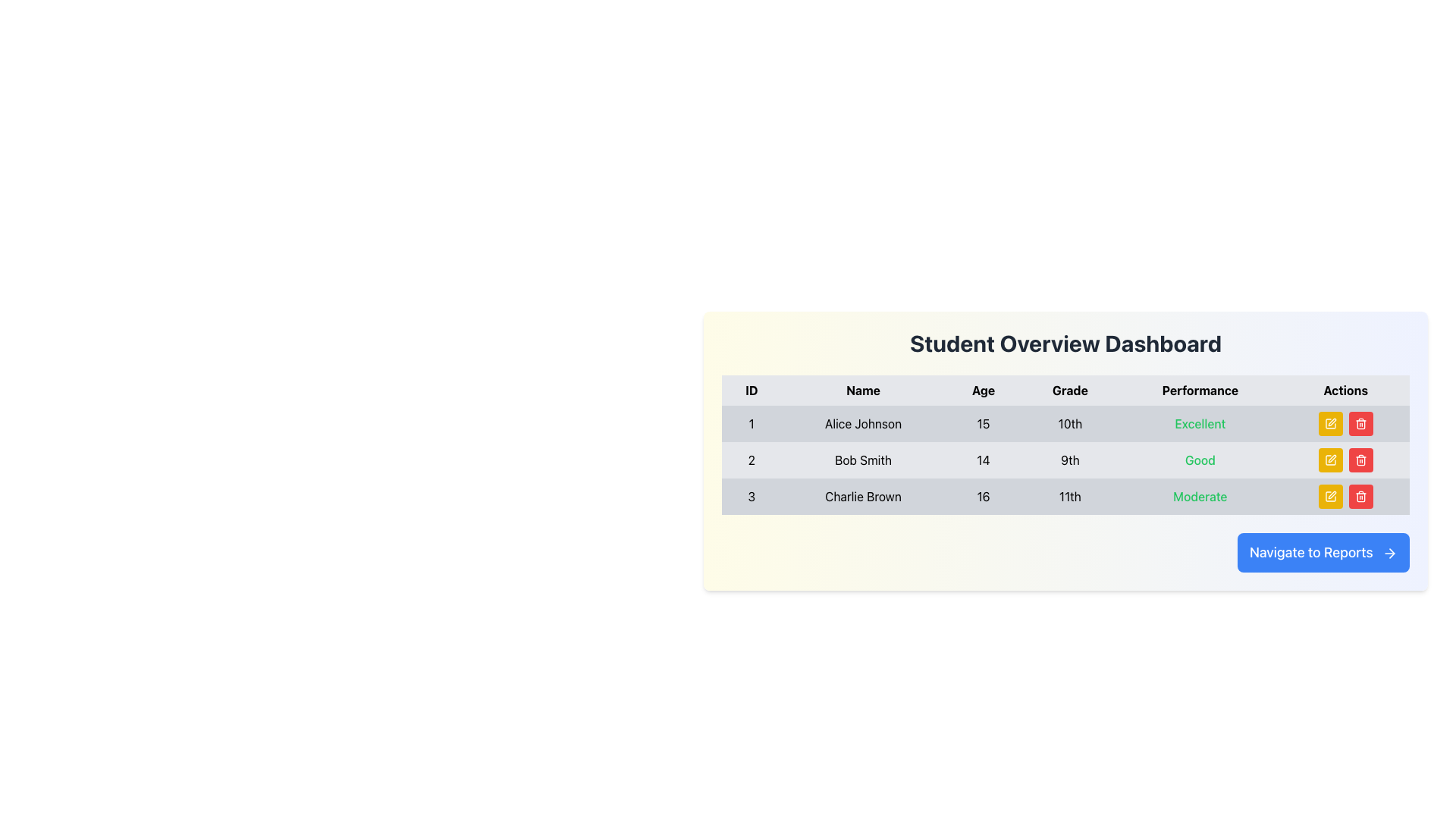 The width and height of the screenshot is (1456, 819). Describe the element at coordinates (752, 424) in the screenshot. I see `the text label that identifies the first entry in the student information table for Alice Johnson, located under the 'ID' column header` at that location.